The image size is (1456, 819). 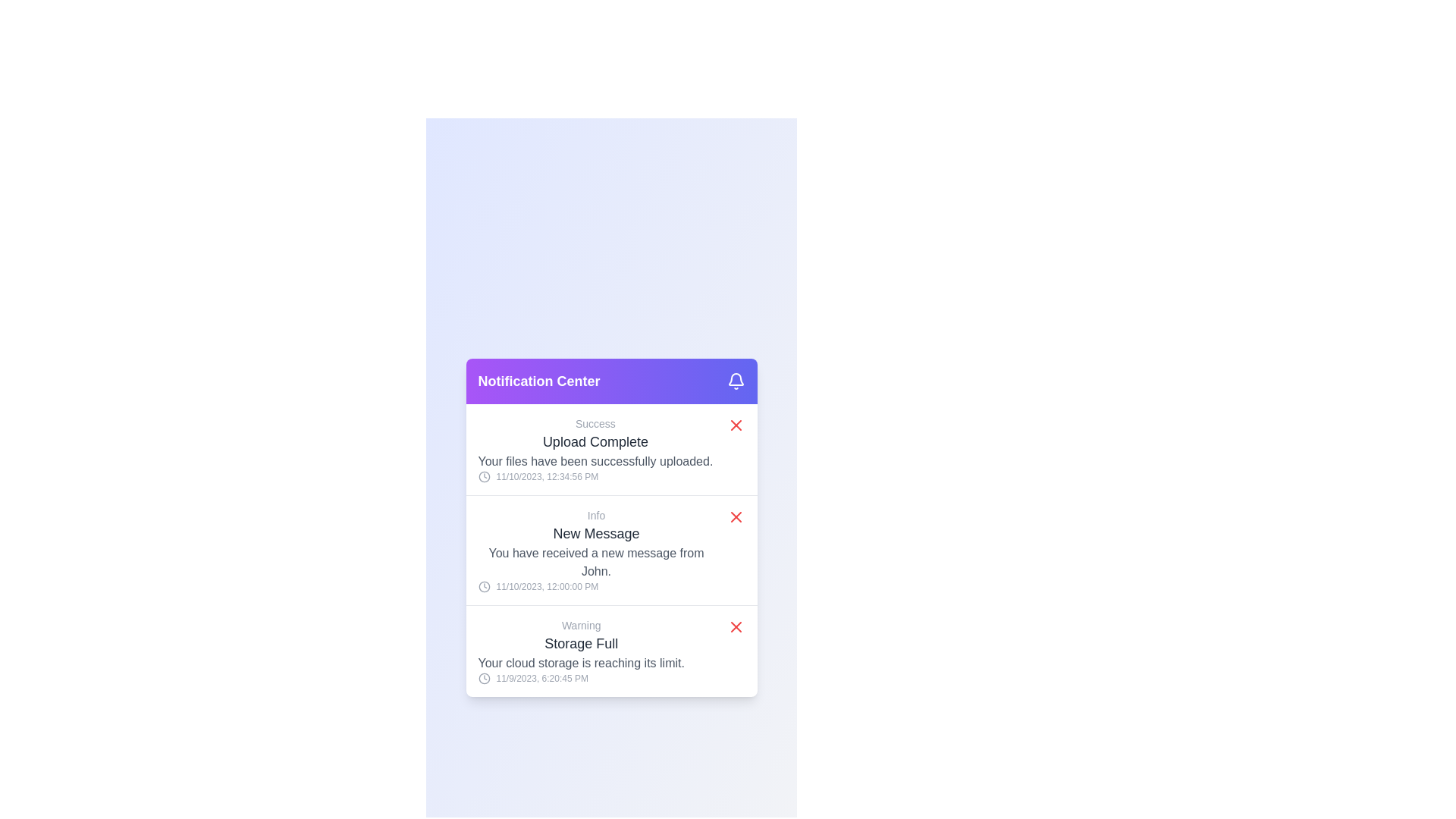 What do you see at coordinates (736, 378) in the screenshot?
I see `the notification bell icon located in the top-right corner of the purple header bar of the notification panel` at bounding box center [736, 378].